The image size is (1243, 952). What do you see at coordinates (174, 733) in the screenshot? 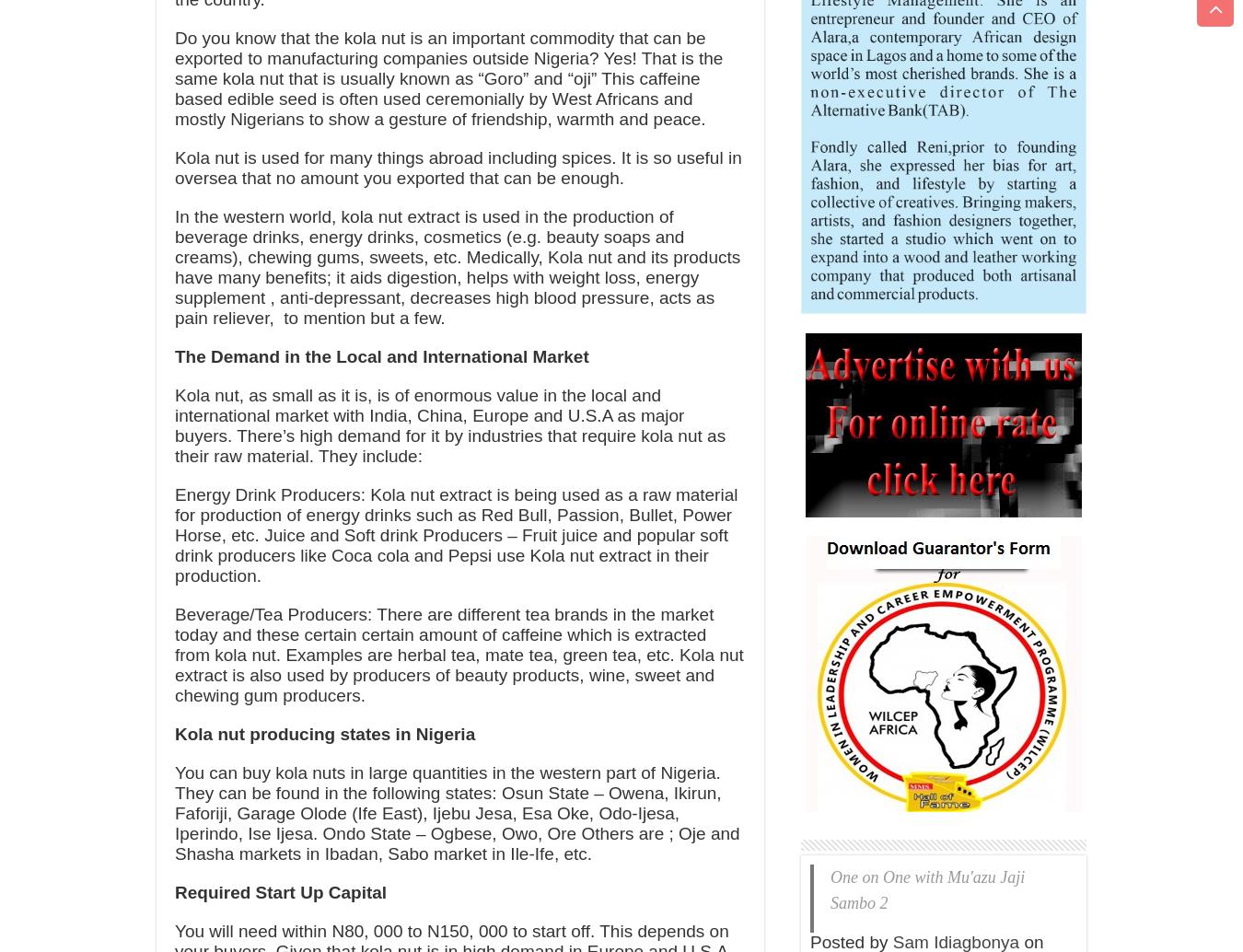
I see `'Kola nut producing states in Nigeria'` at bounding box center [174, 733].